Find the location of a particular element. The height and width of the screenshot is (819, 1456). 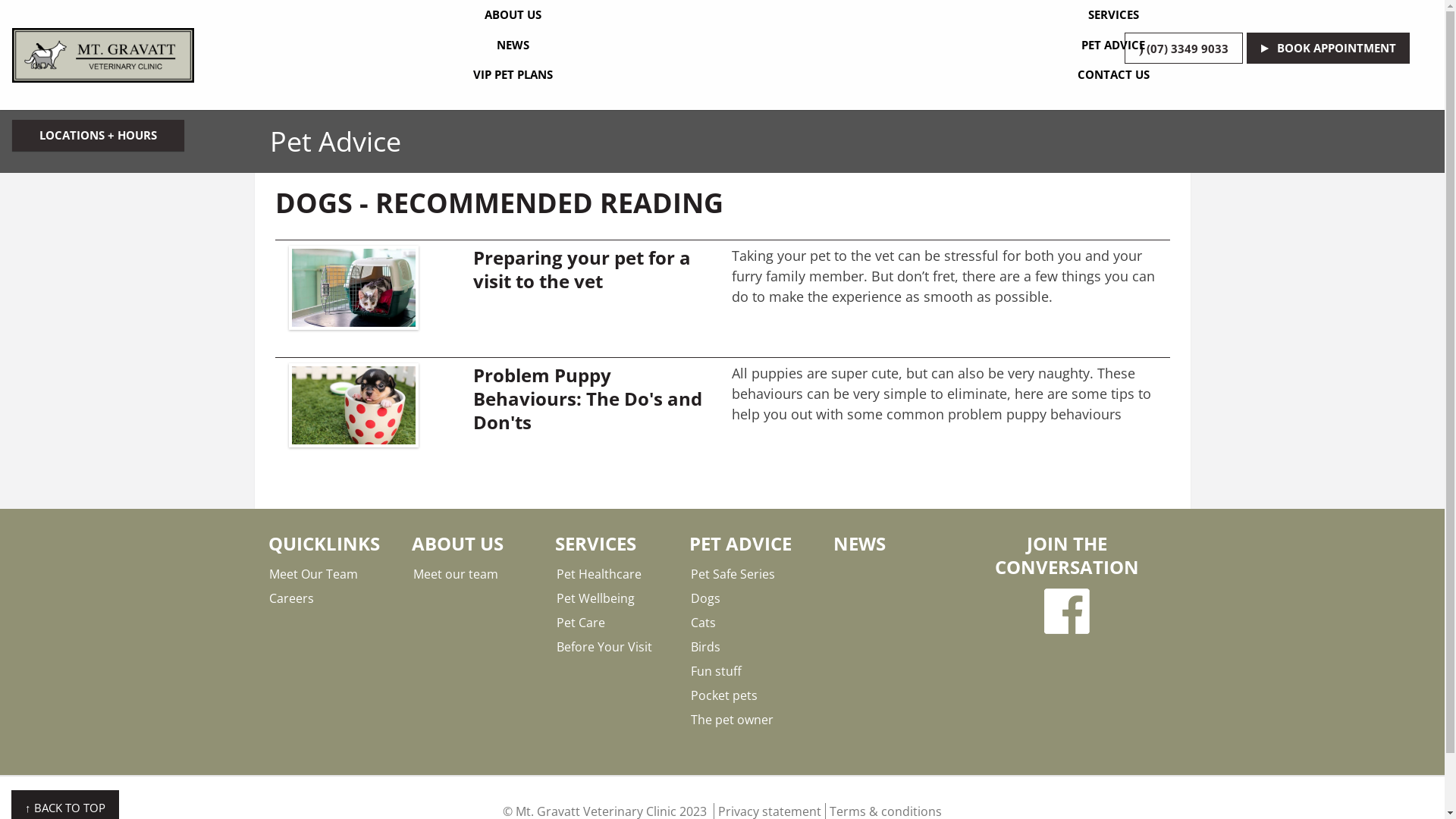

'Birds' is located at coordinates (752, 646).